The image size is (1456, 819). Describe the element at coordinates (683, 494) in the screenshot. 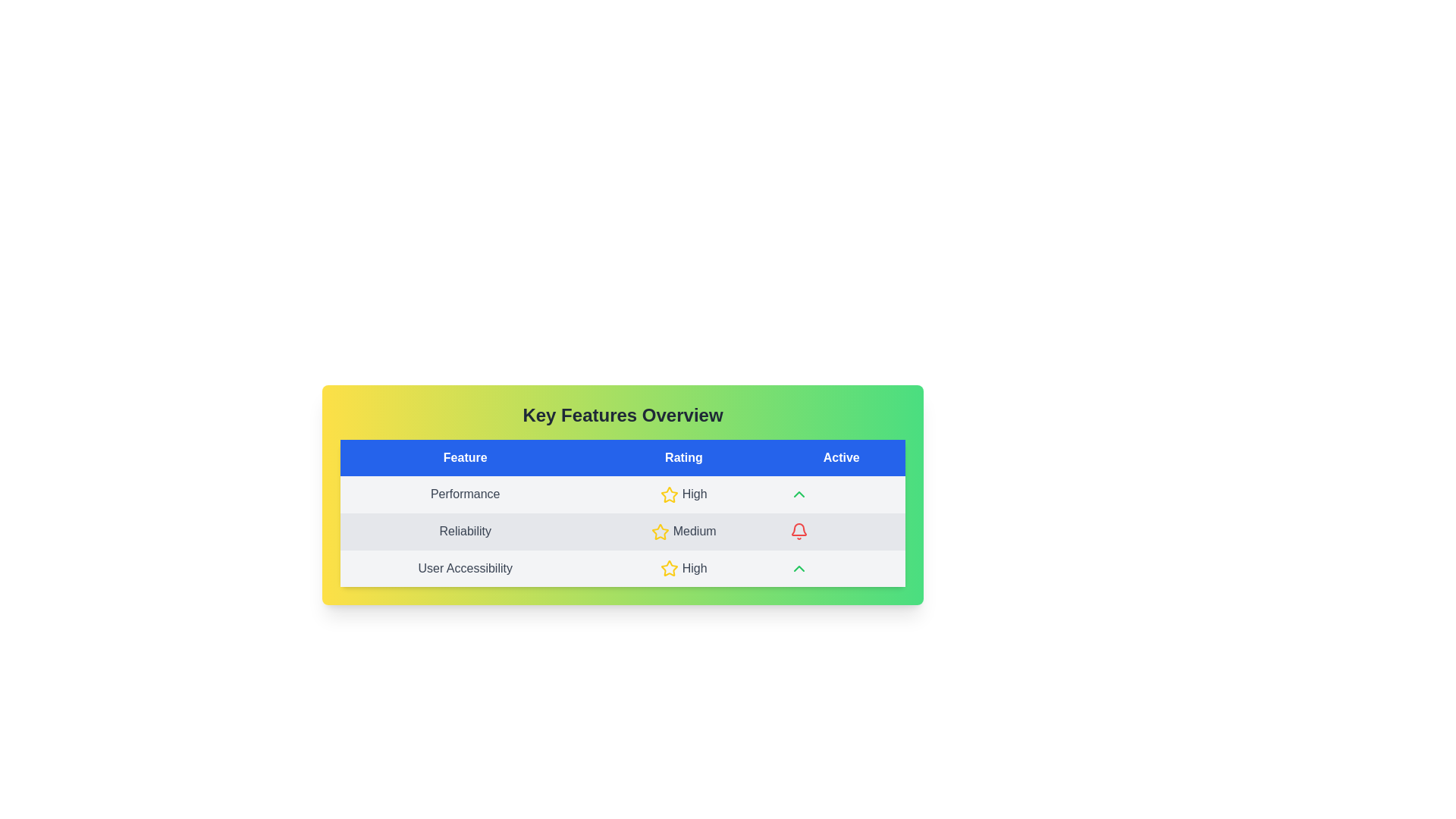

I see `the 'High' text label with the yellow star icon` at that location.